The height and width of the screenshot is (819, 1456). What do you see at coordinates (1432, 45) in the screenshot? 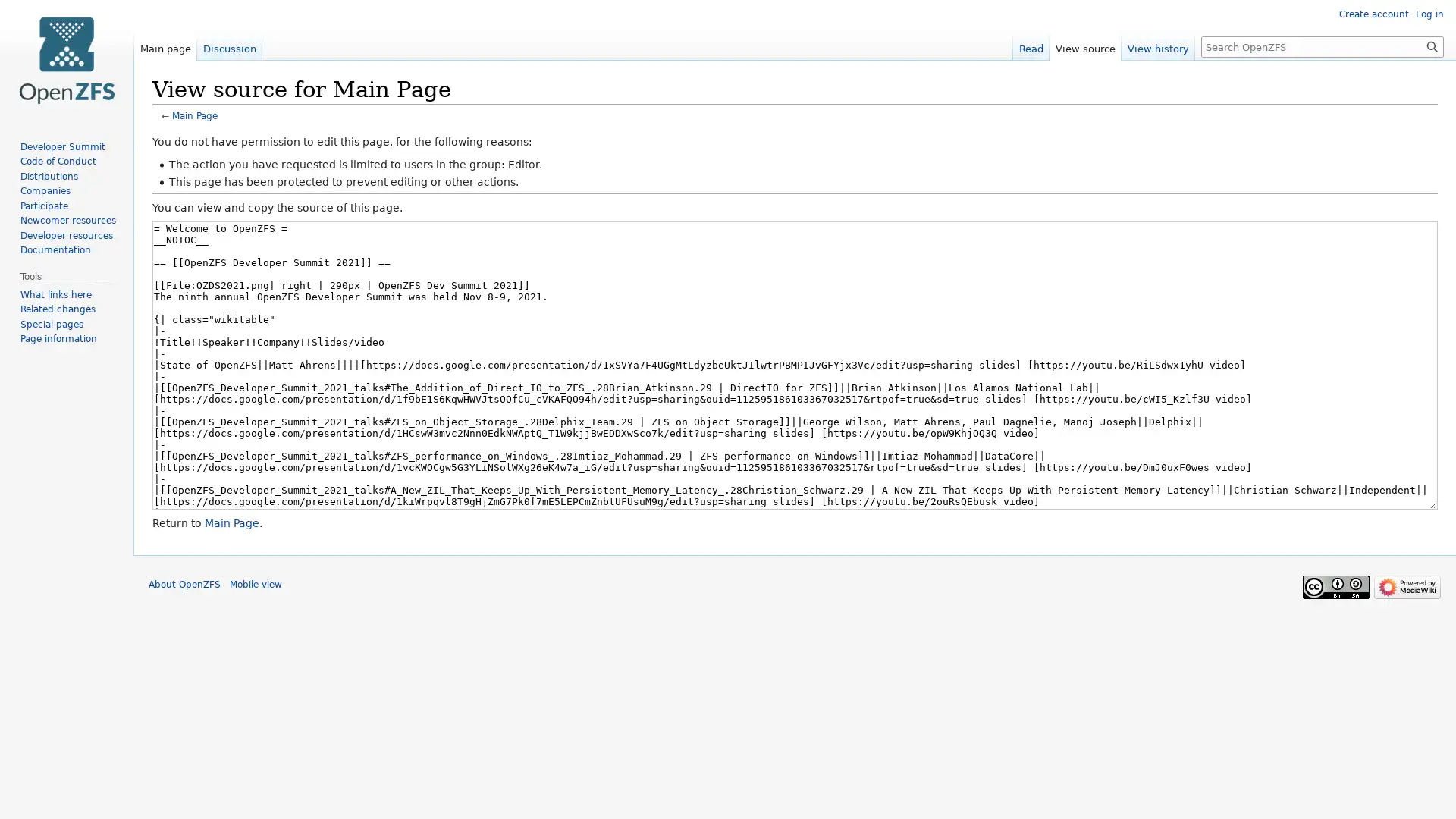
I see `Go` at bounding box center [1432, 45].